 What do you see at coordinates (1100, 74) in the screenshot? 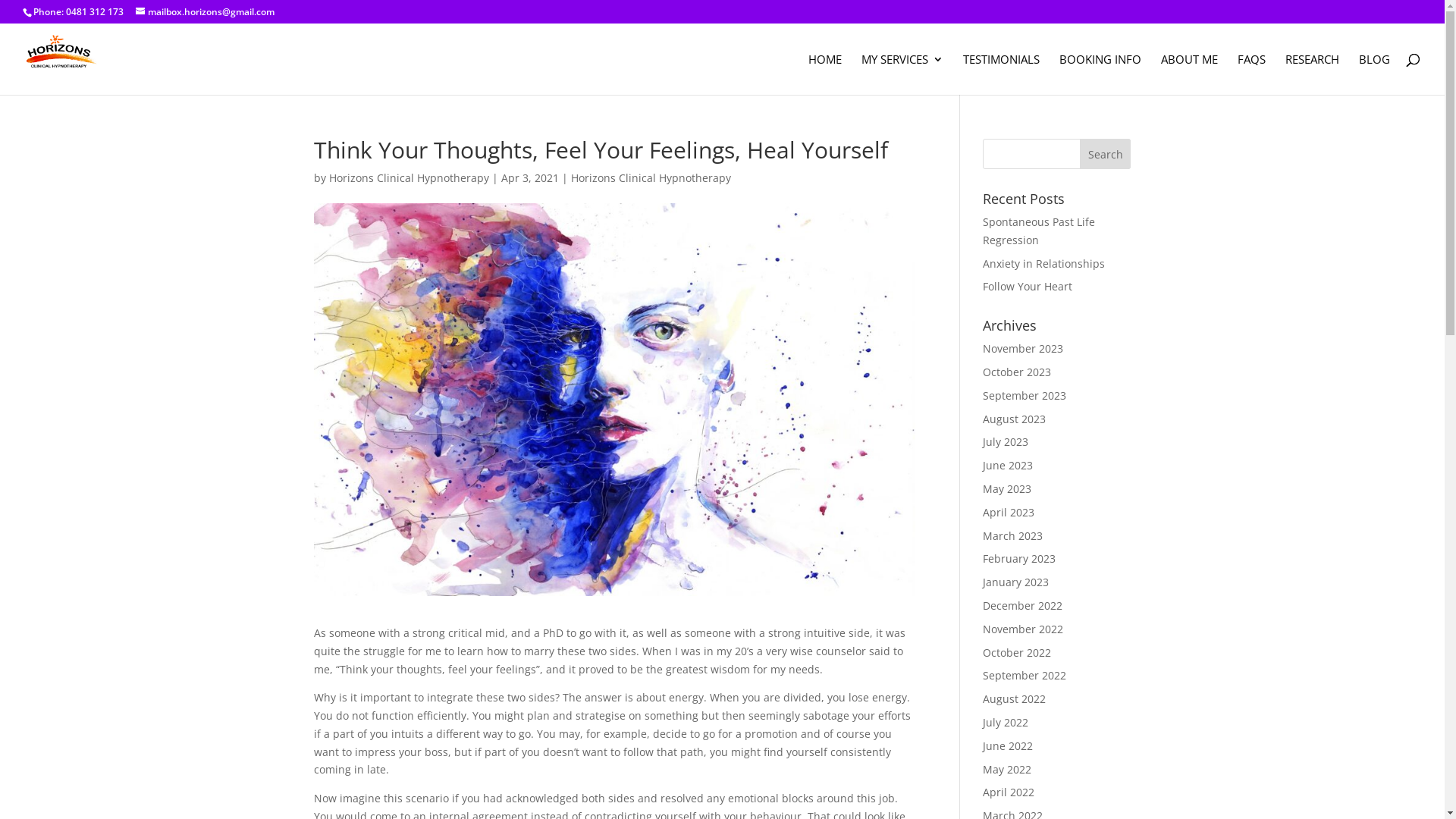
I see `'BOOKING INFO'` at bounding box center [1100, 74].